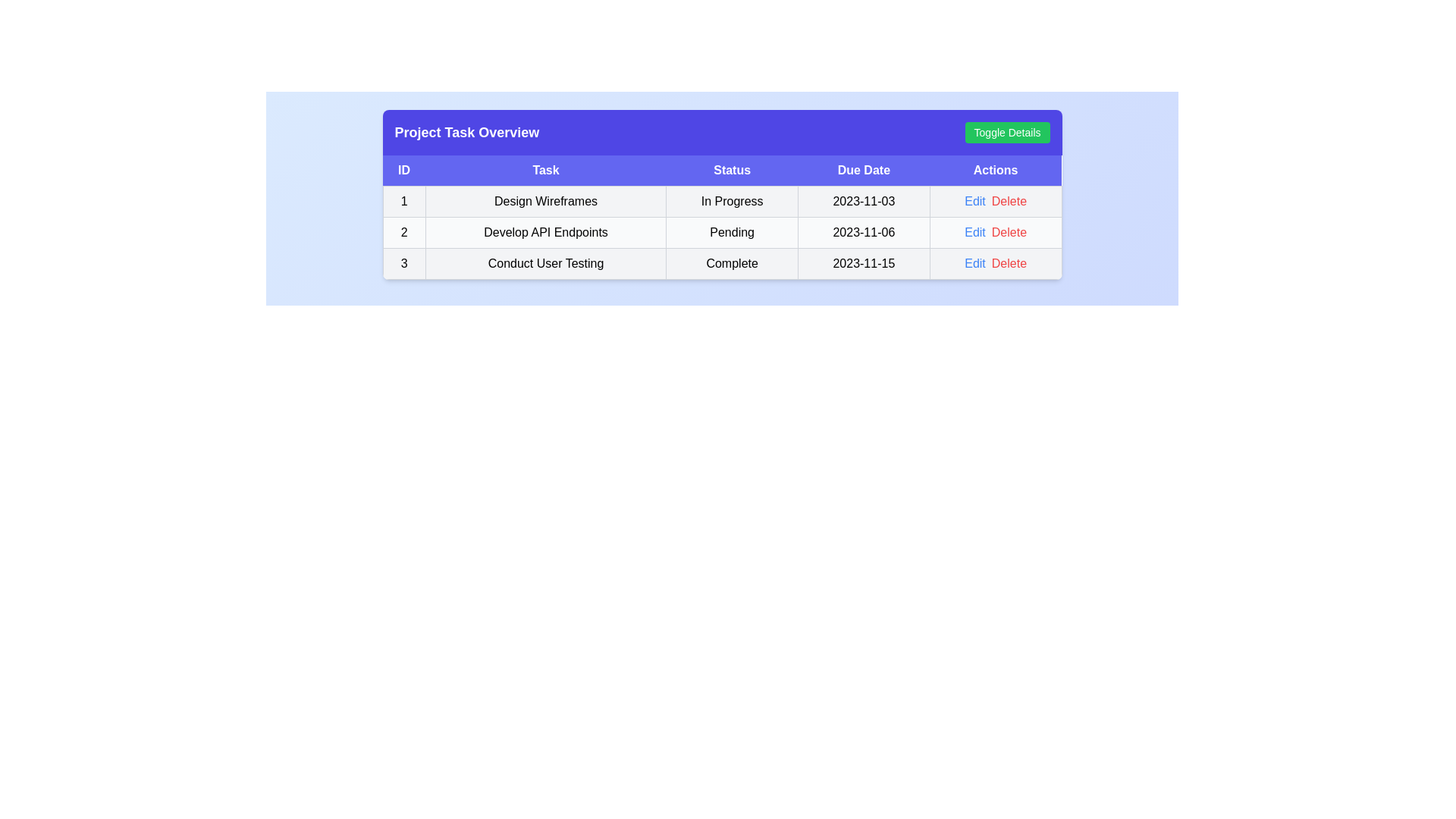  What do you see at coordinates (1009, 201) in the screenshot?
I see `the 'Delete' button for task 1` at bounding box center [1009, 201].